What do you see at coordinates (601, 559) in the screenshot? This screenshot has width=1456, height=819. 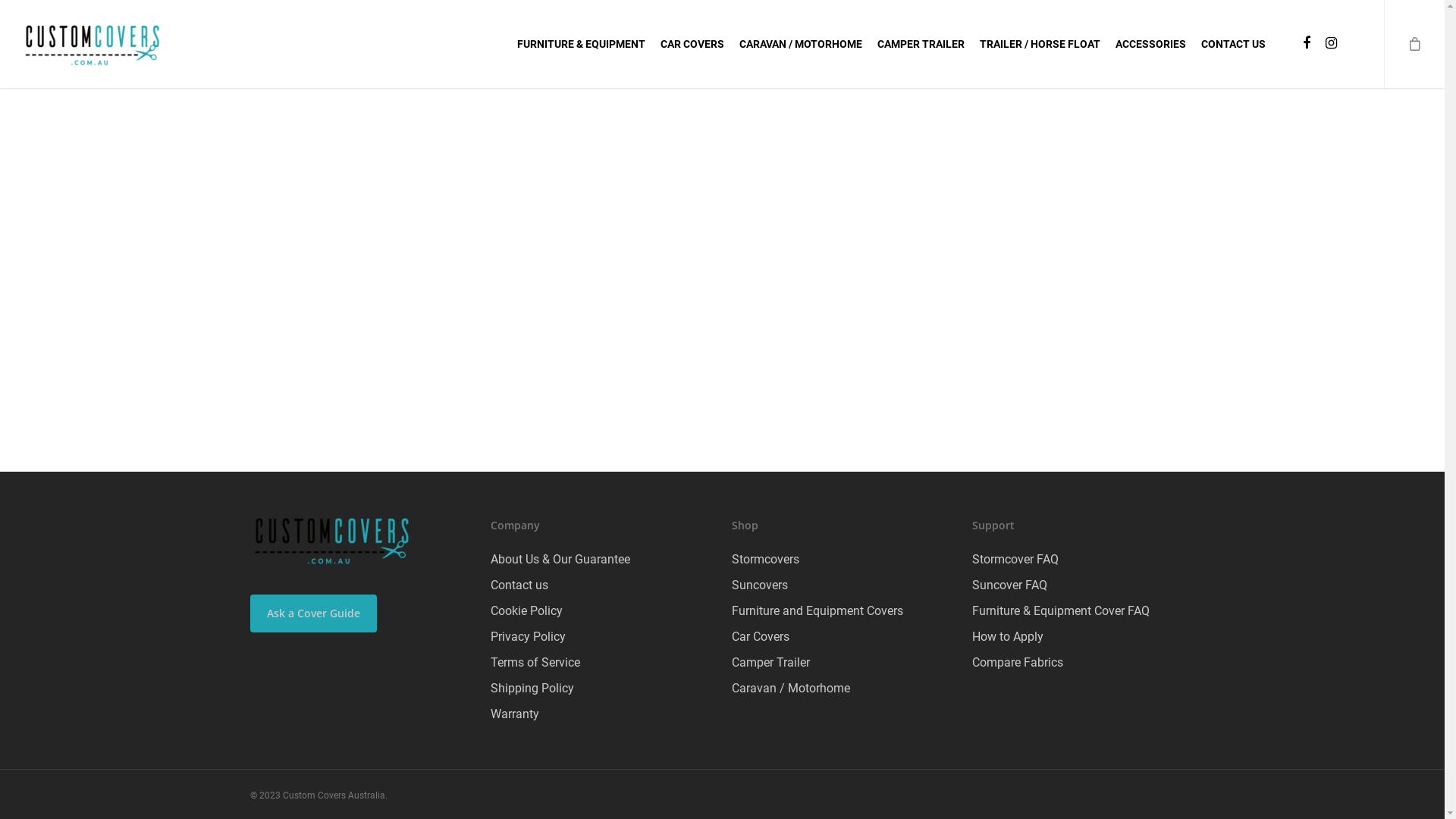 I see `'About Us & Our Guarantee'` at bounding box center [601, 559].